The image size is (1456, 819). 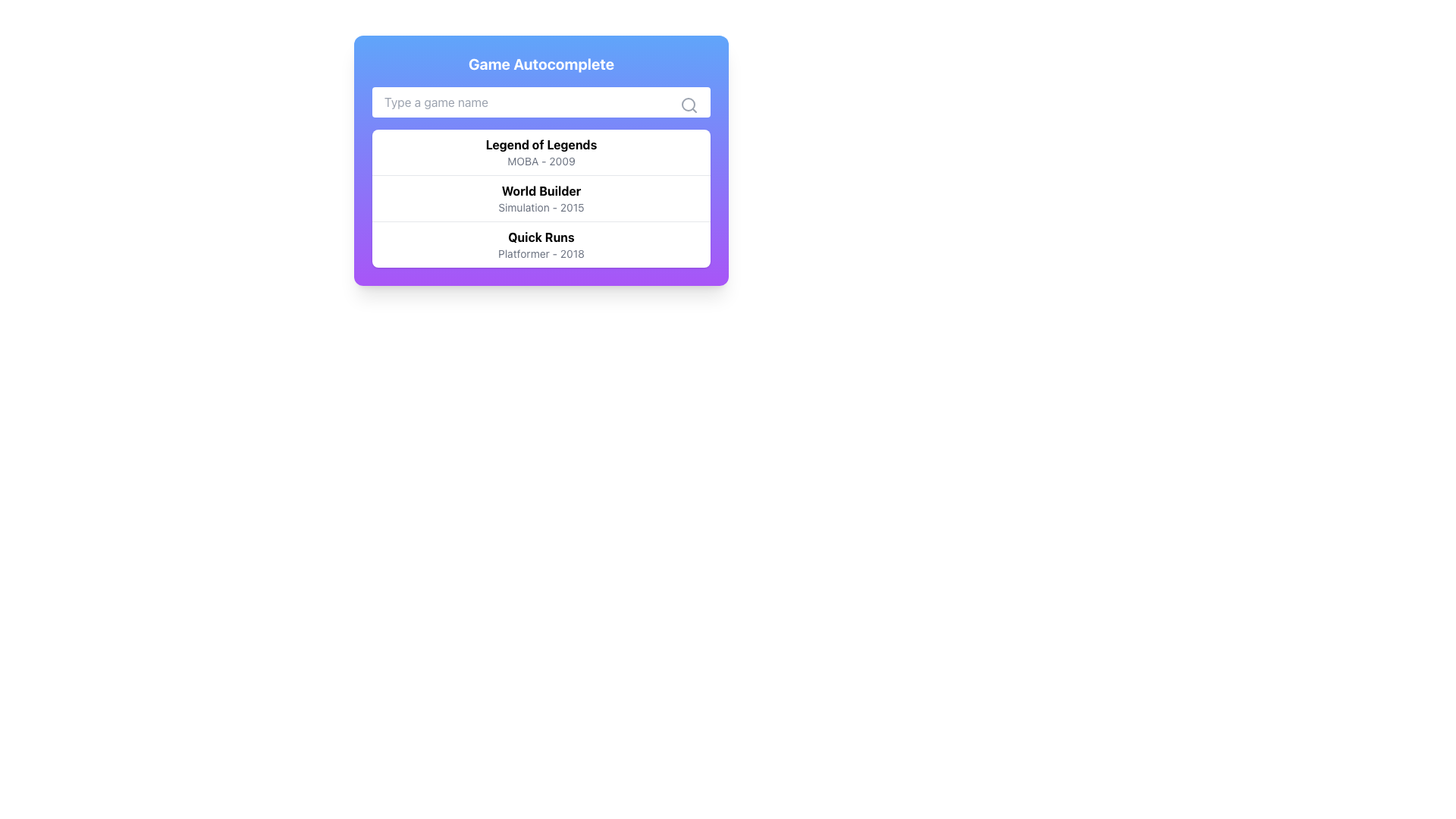 What do you see at coordinates (541, 243) in the screenshot?
I see `the list item labeled 'Quick Runs' which has a bold top line and a smaller gray bottom line` at bounding box center [541, 243].